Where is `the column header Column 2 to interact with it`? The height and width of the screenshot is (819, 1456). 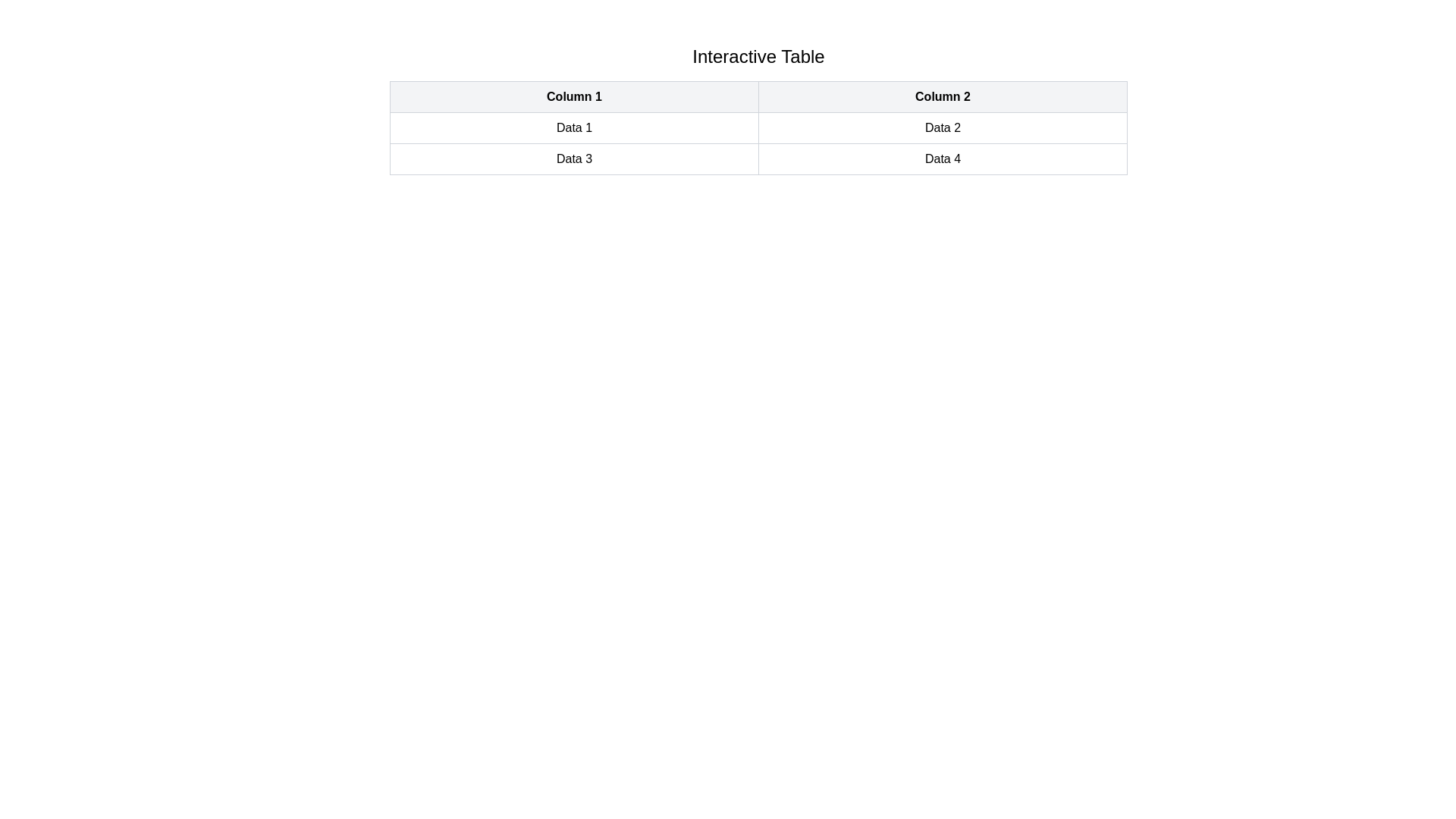
the column header Column 2 to interact with it is located at coordinates (942, 96).